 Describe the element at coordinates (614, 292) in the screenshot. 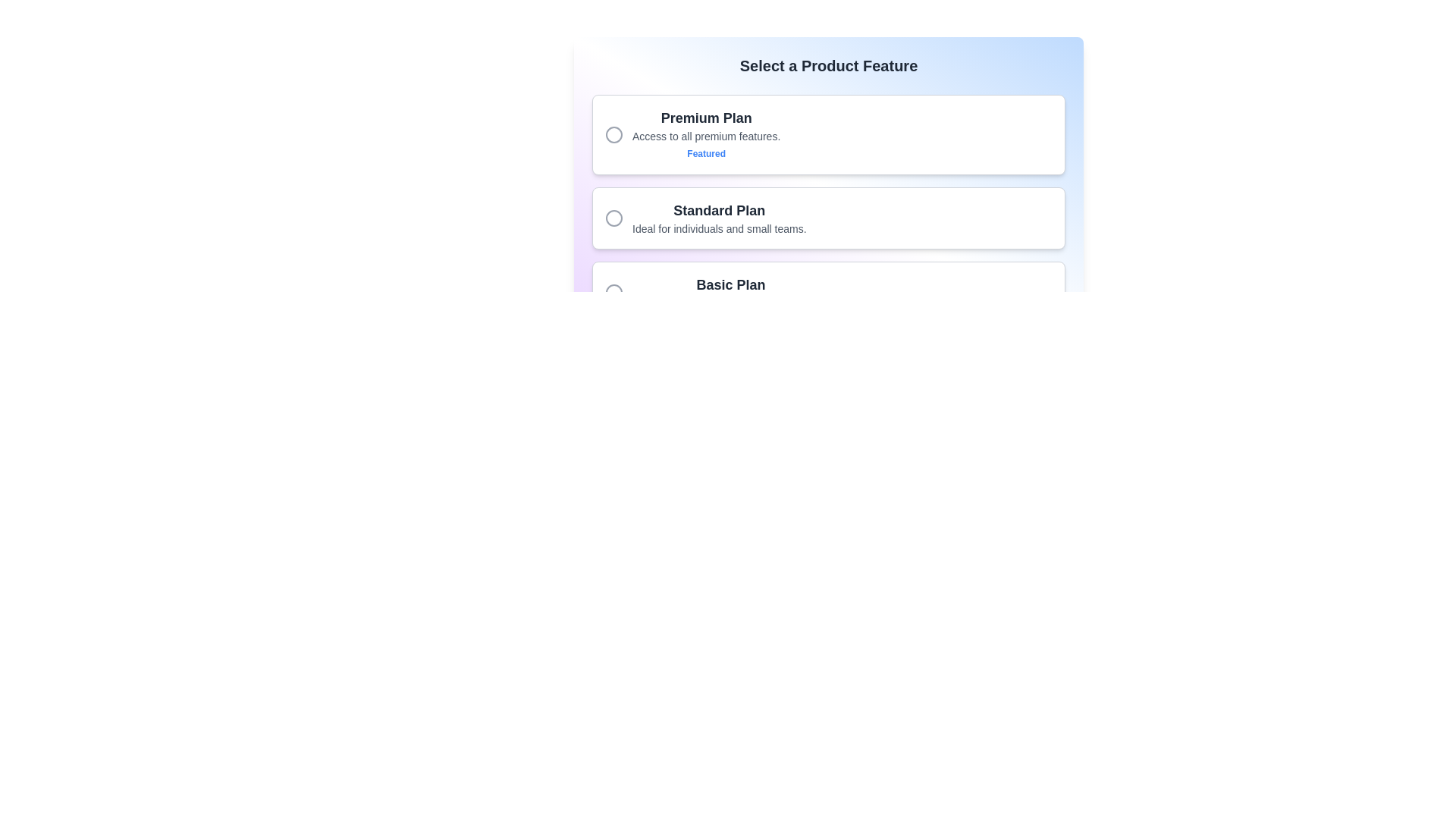

I see `circular element within the SVG that represents a radio button, located towards the bottom-left of the 'Basic Plan' option` at that location.